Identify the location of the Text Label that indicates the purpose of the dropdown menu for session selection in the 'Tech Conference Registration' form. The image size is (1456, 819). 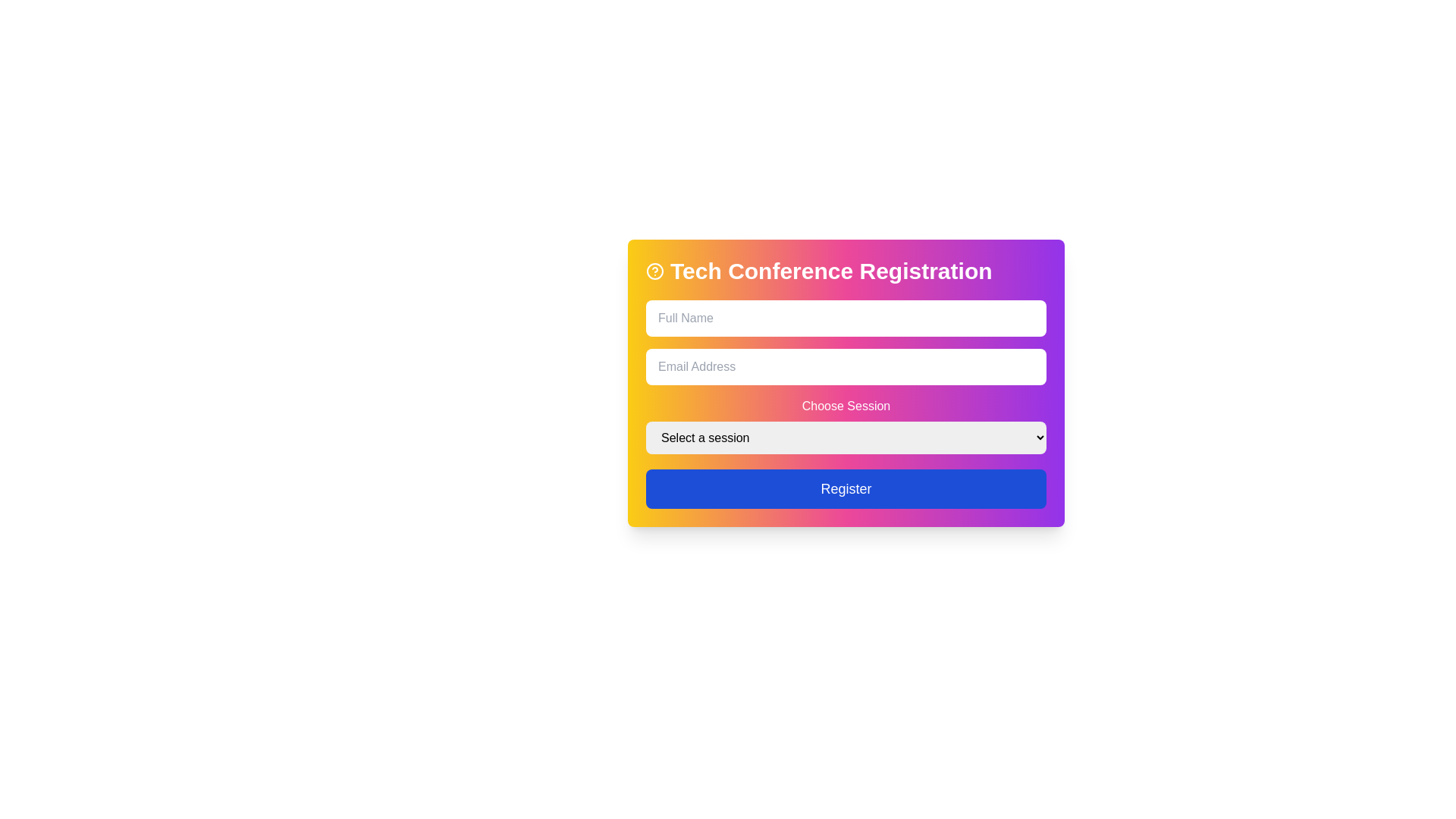
(846, 406).